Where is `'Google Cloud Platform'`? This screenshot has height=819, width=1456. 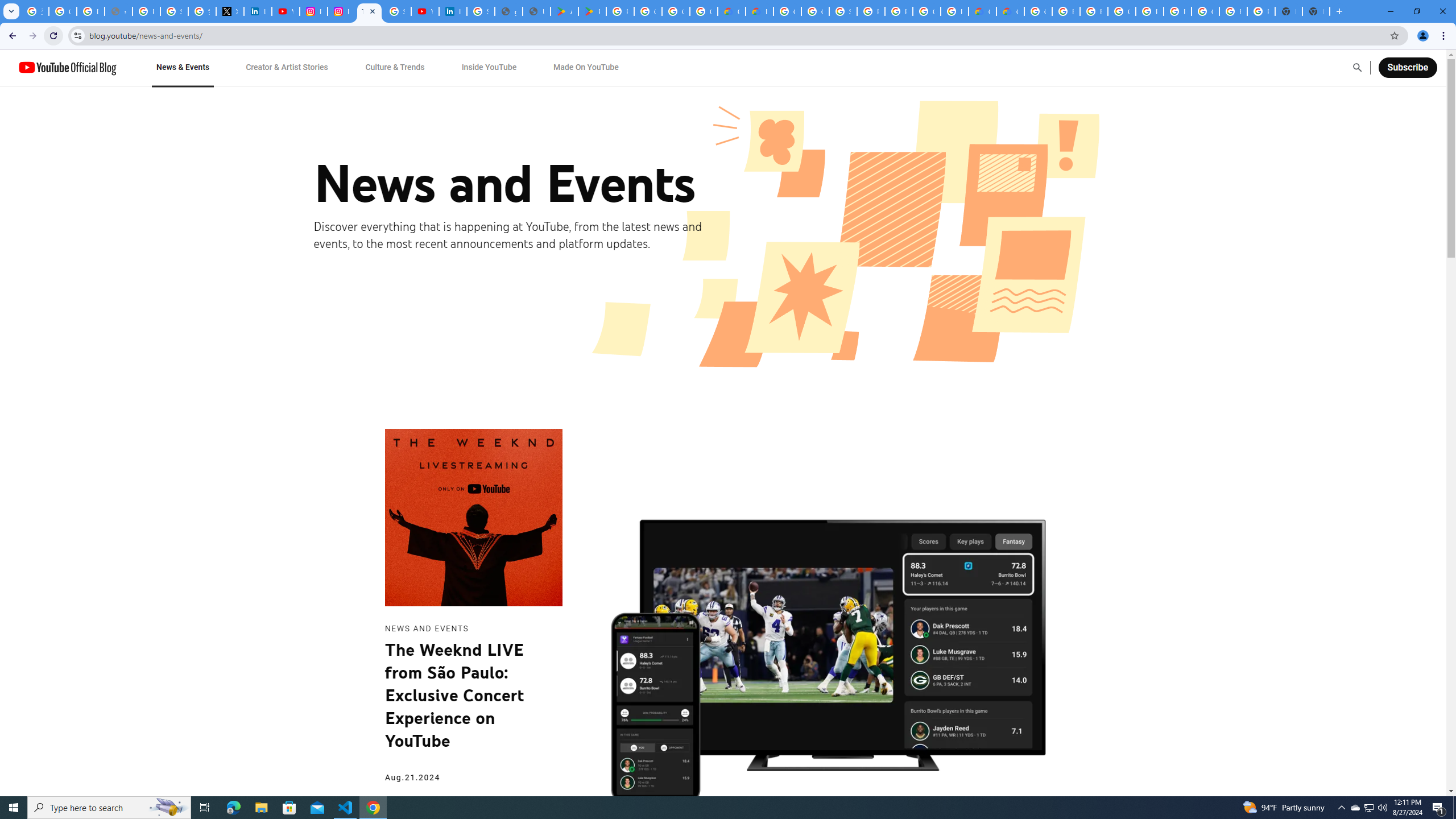
'Google Cloud Platform' is located at coordinates (1122, 11).